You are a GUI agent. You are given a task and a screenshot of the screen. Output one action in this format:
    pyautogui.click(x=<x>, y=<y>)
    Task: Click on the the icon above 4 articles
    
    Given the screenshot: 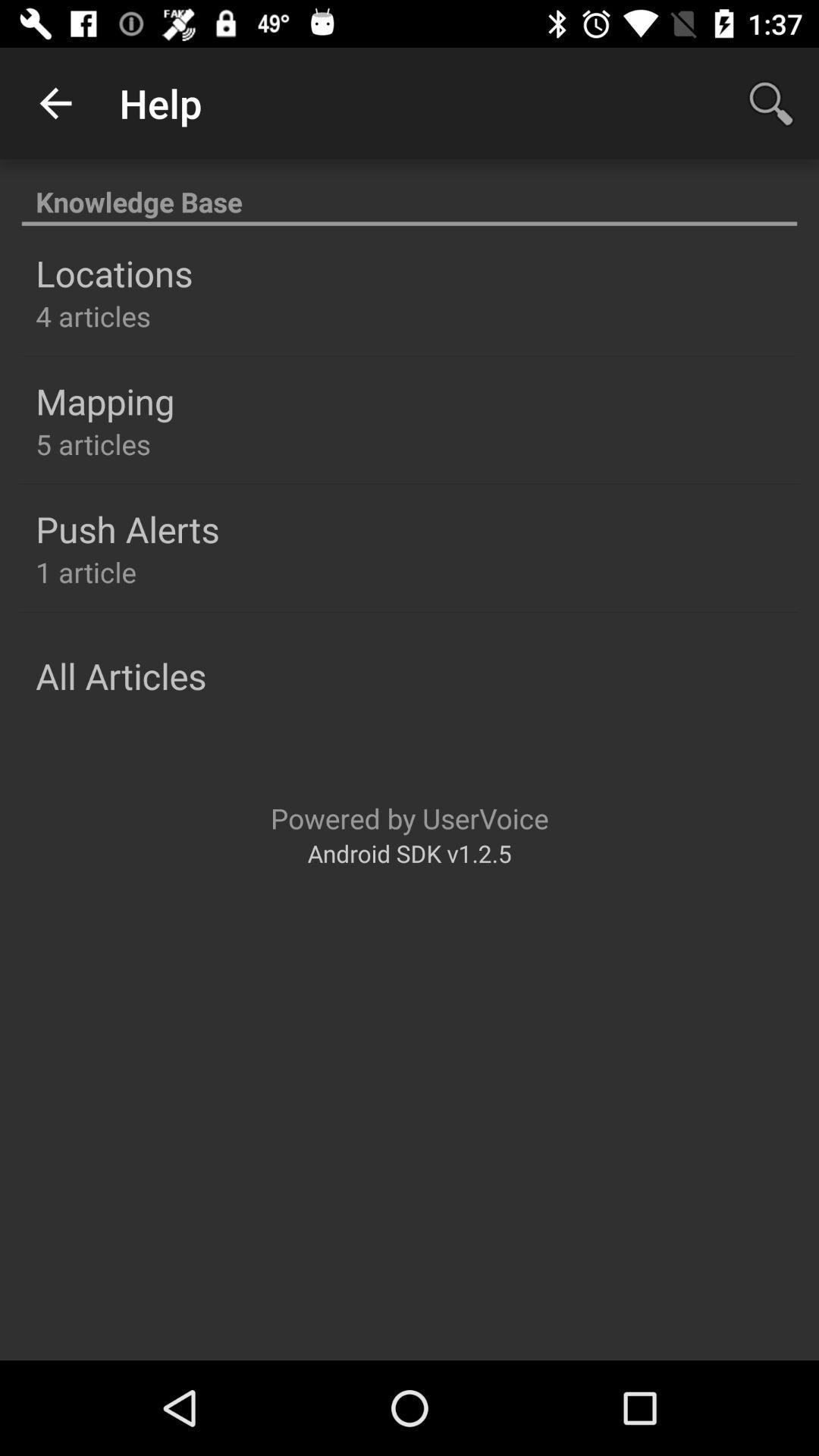 What is the action you would take?
    pyautogui.click(x=113, y=273)
    